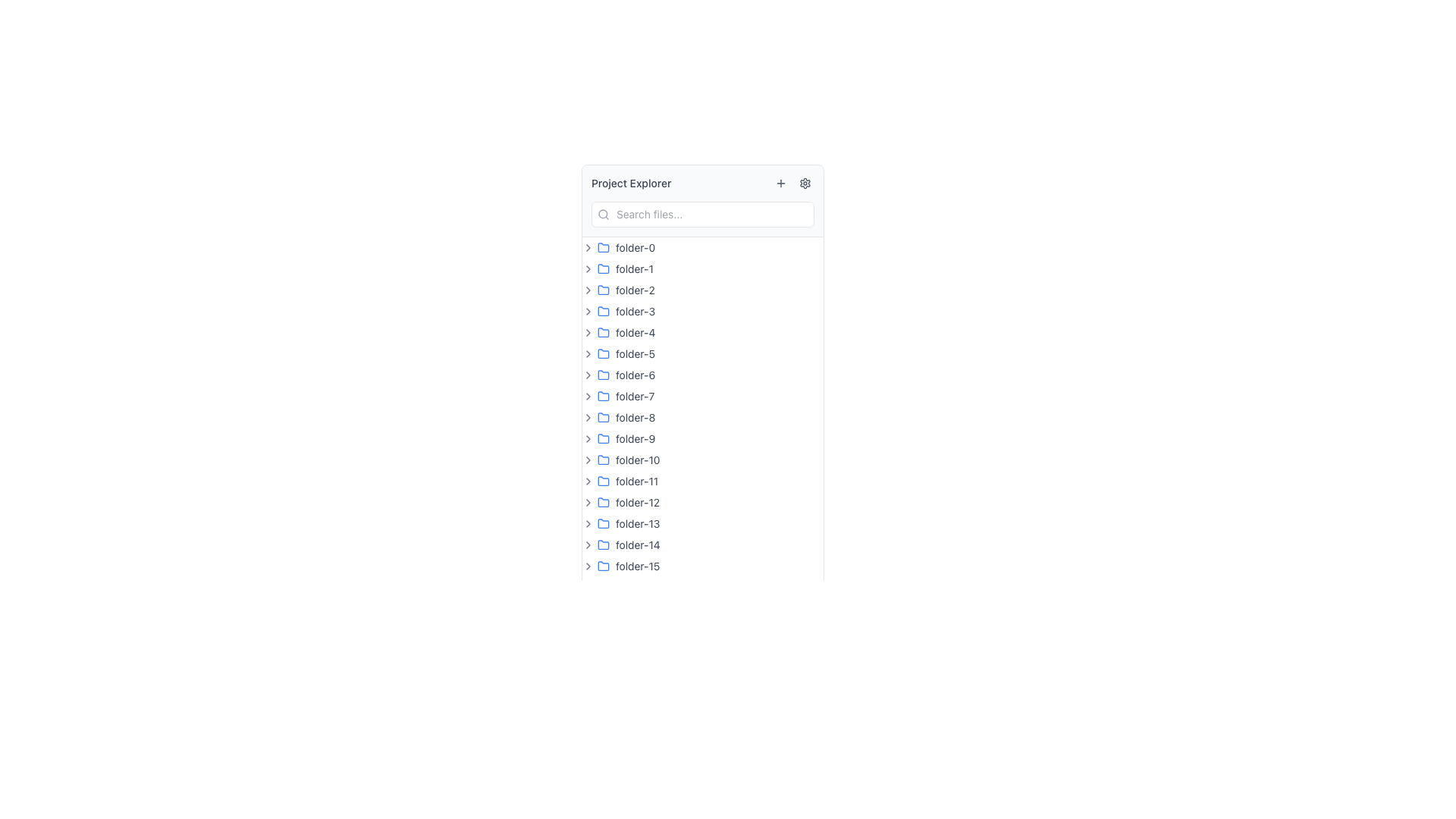 The height and width of the screenshot is (819, 1456). Describe the element at coordinates (603, 565) in the screenshot. I see `the folder icon located on the left side of the text 'folder-15' in the file explorer's vertical layout` at that location.